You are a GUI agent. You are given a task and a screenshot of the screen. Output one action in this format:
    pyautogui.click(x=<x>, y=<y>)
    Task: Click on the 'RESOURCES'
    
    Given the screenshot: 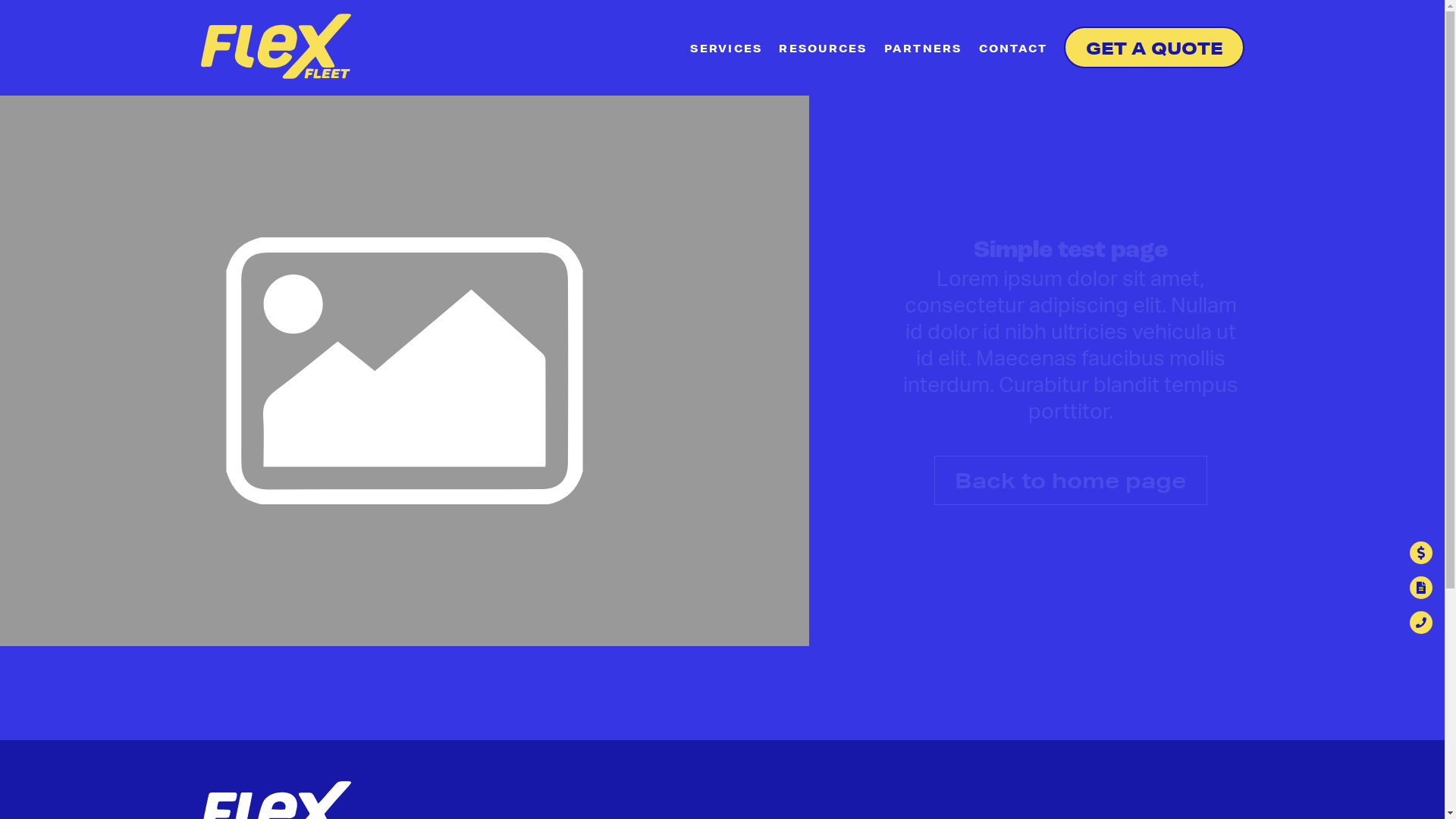 What is the action you would take?
    pyautogui.click(x=821, y=49)
    